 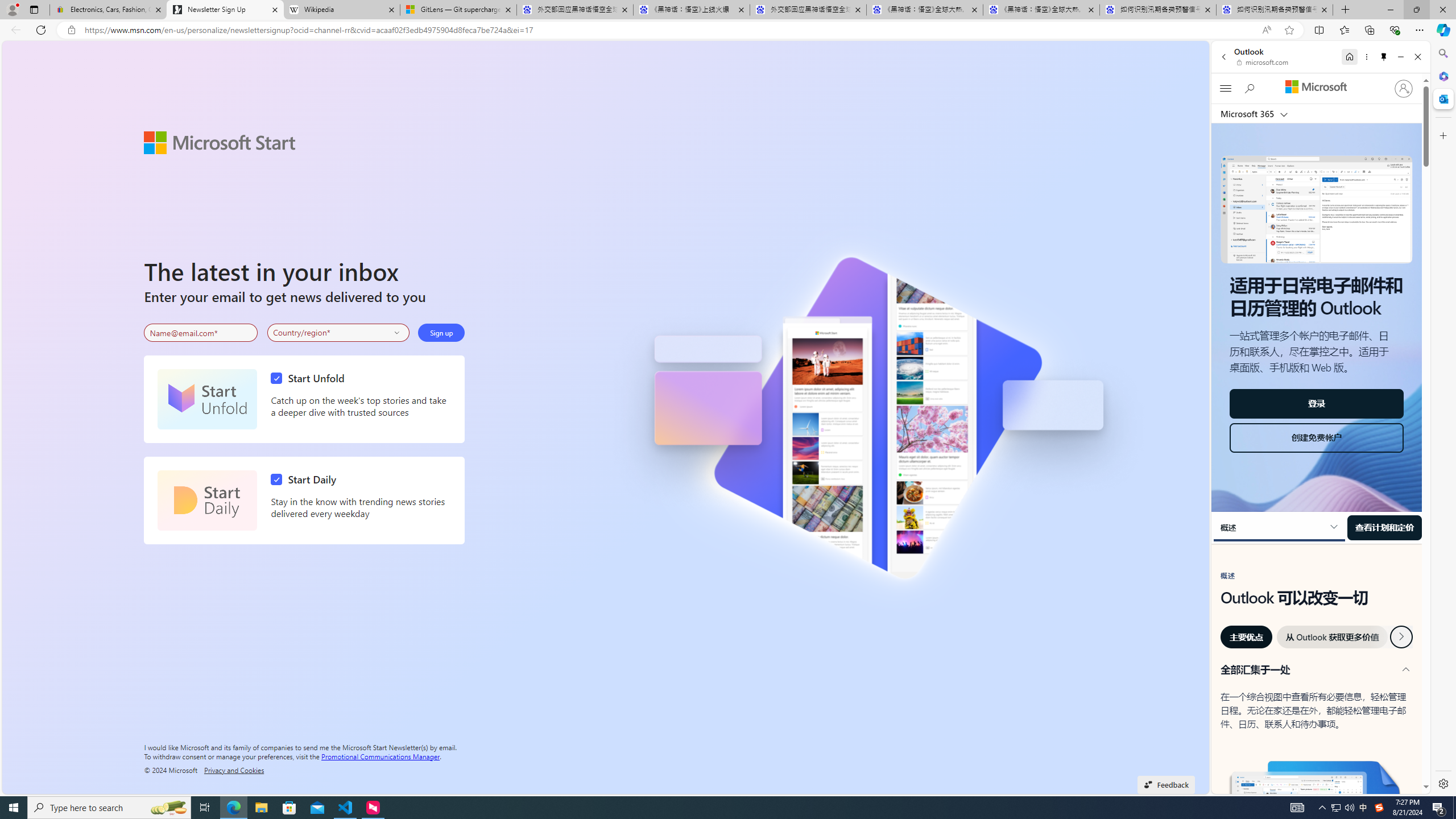 What do you see at coordinates (1442, 29) in the screenshot?
I see `'Copilot (Ctrl+Shift+.)'` at bounding box center [1442, 29].